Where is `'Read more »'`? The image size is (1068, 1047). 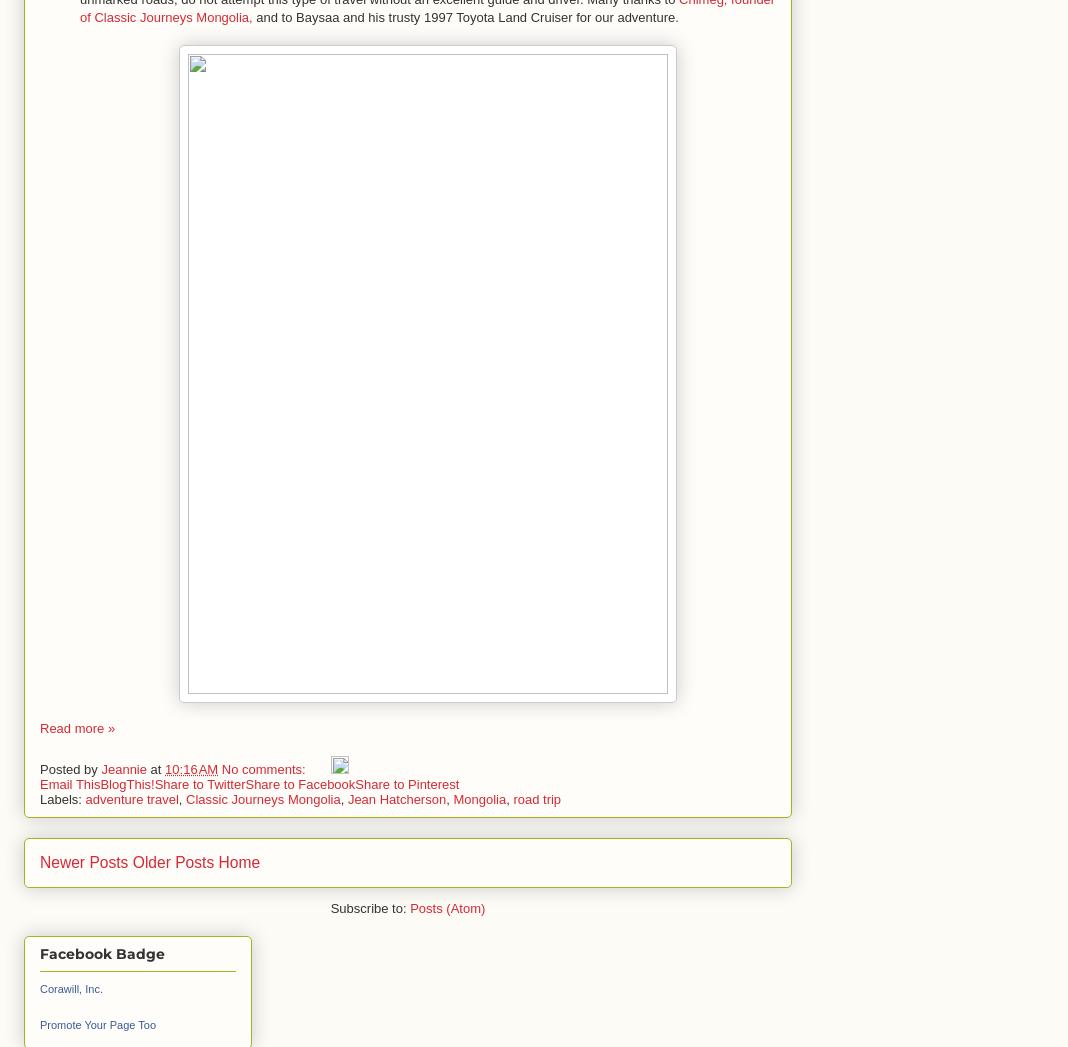
'Read more »' is located at coordinates (39, 728).